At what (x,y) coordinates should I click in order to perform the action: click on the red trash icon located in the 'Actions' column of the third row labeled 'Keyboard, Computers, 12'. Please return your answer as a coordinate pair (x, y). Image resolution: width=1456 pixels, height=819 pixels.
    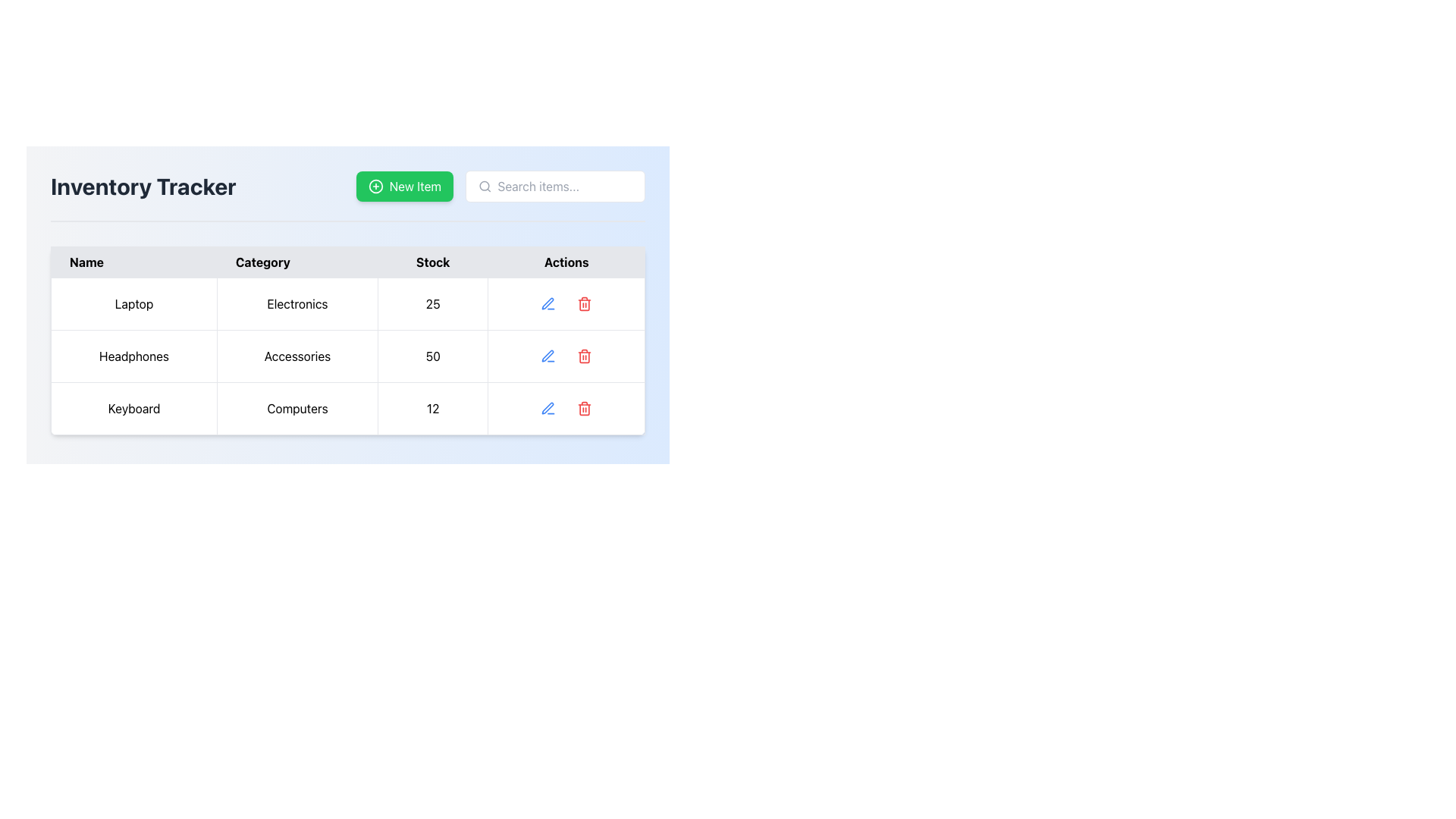
    Looking at the image, I should click on (584, 357).